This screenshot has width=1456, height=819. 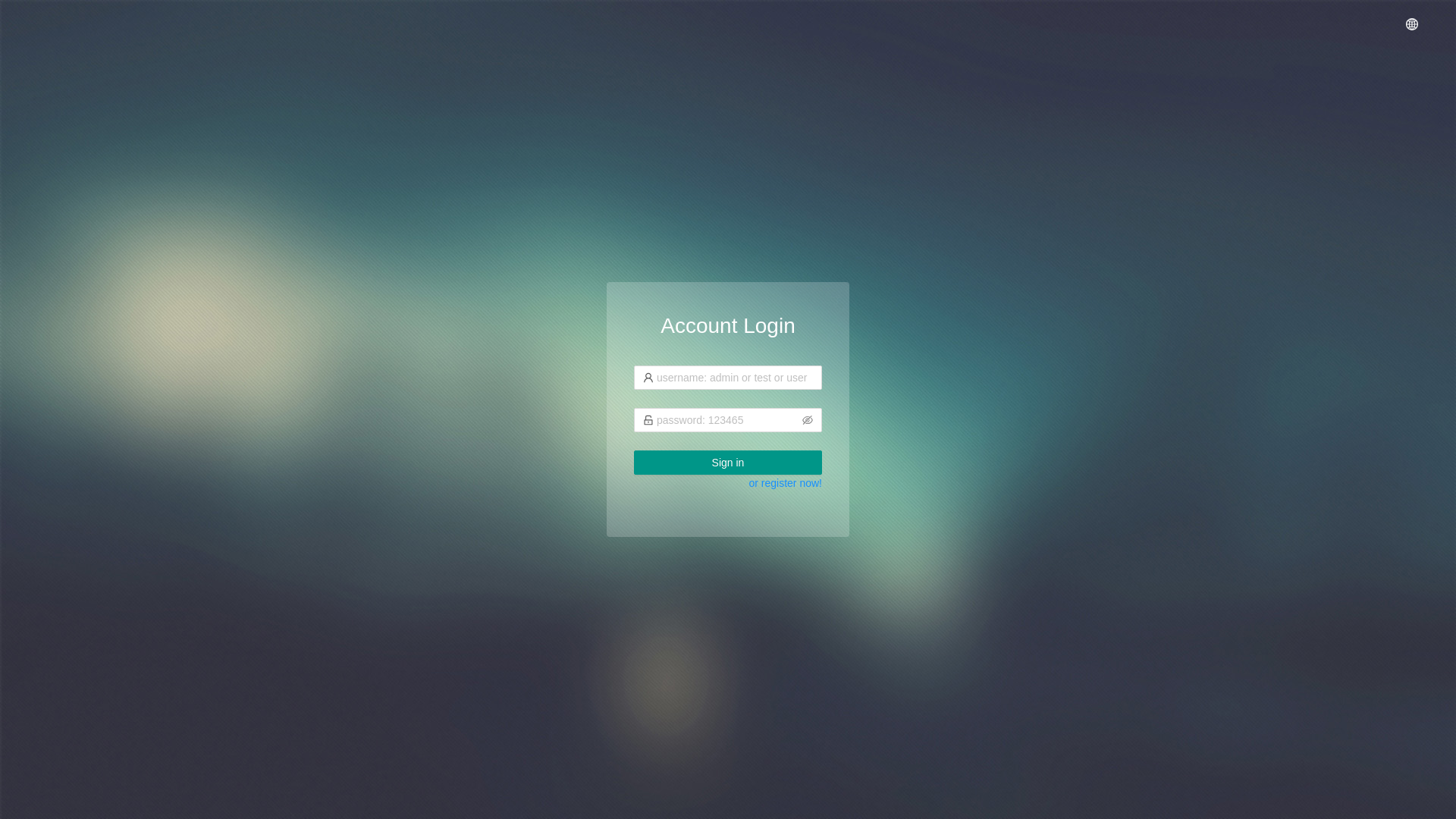 I want to click on 'Sign in', so click(x=728, y=461).